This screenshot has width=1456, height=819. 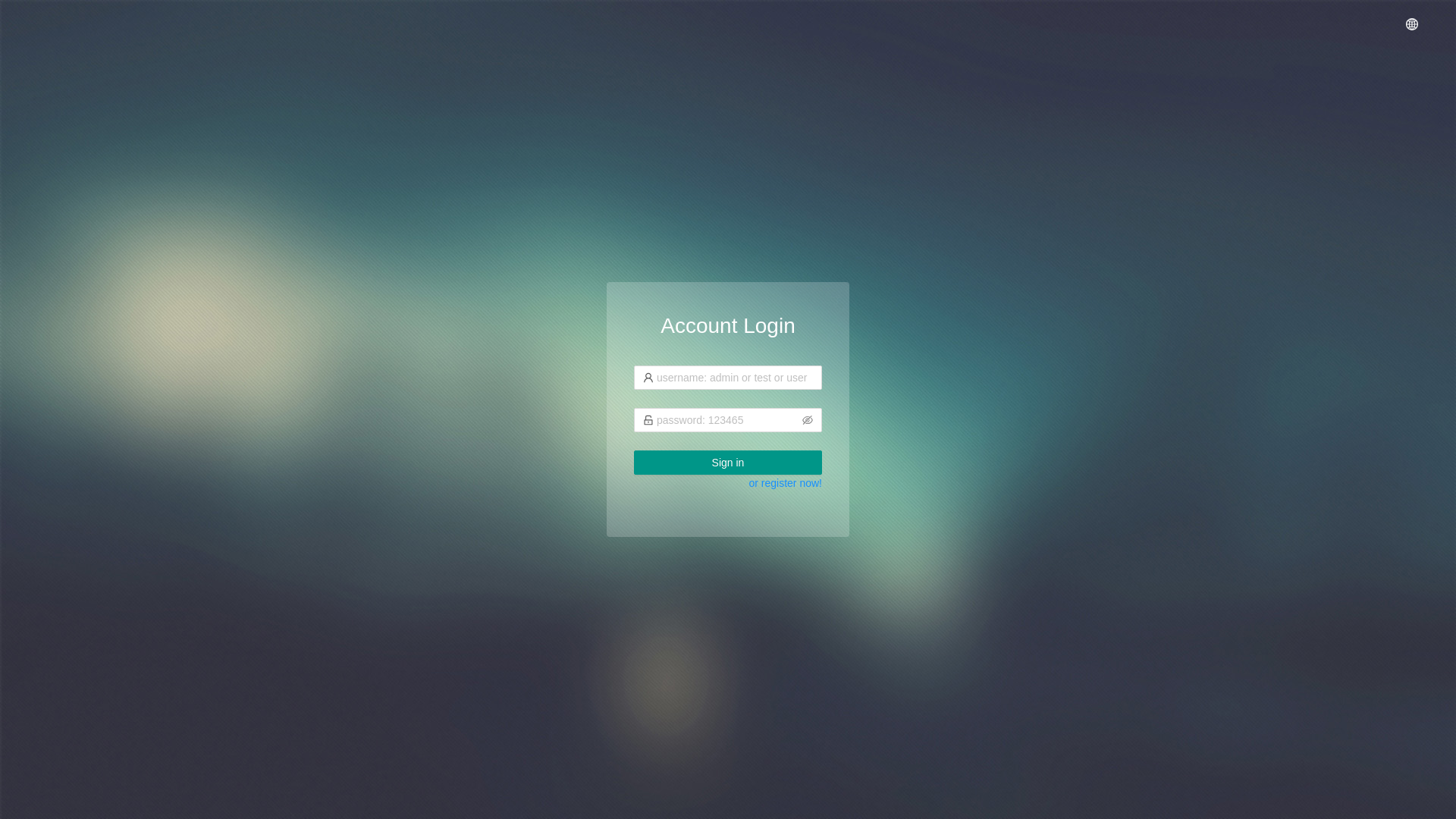 I want to click on 'Sign in', so click(x=728, y=461).